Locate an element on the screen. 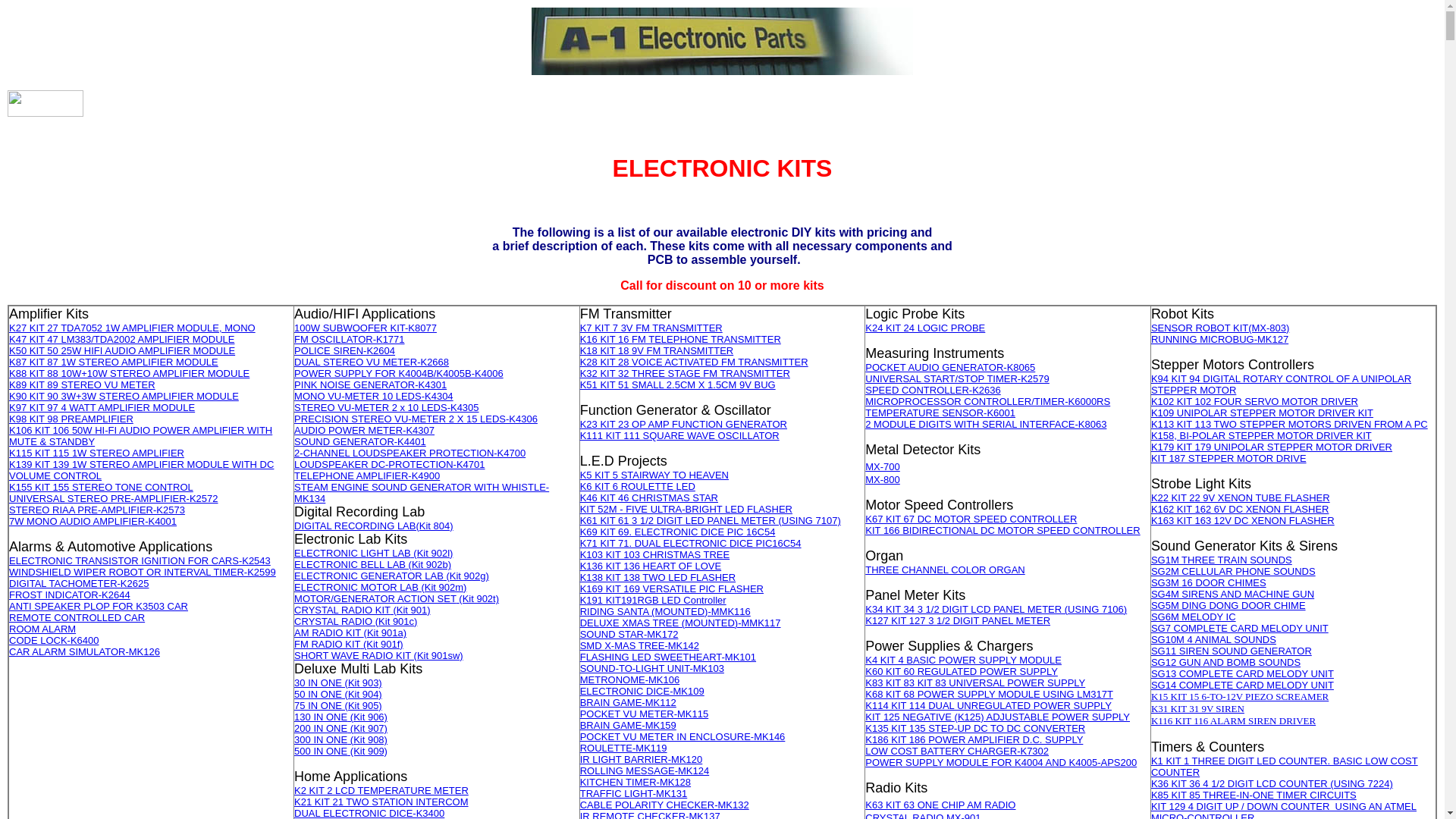  'K155 KIT 155 STEREO TONE CONTROL' is located at coordinates (100, 487).